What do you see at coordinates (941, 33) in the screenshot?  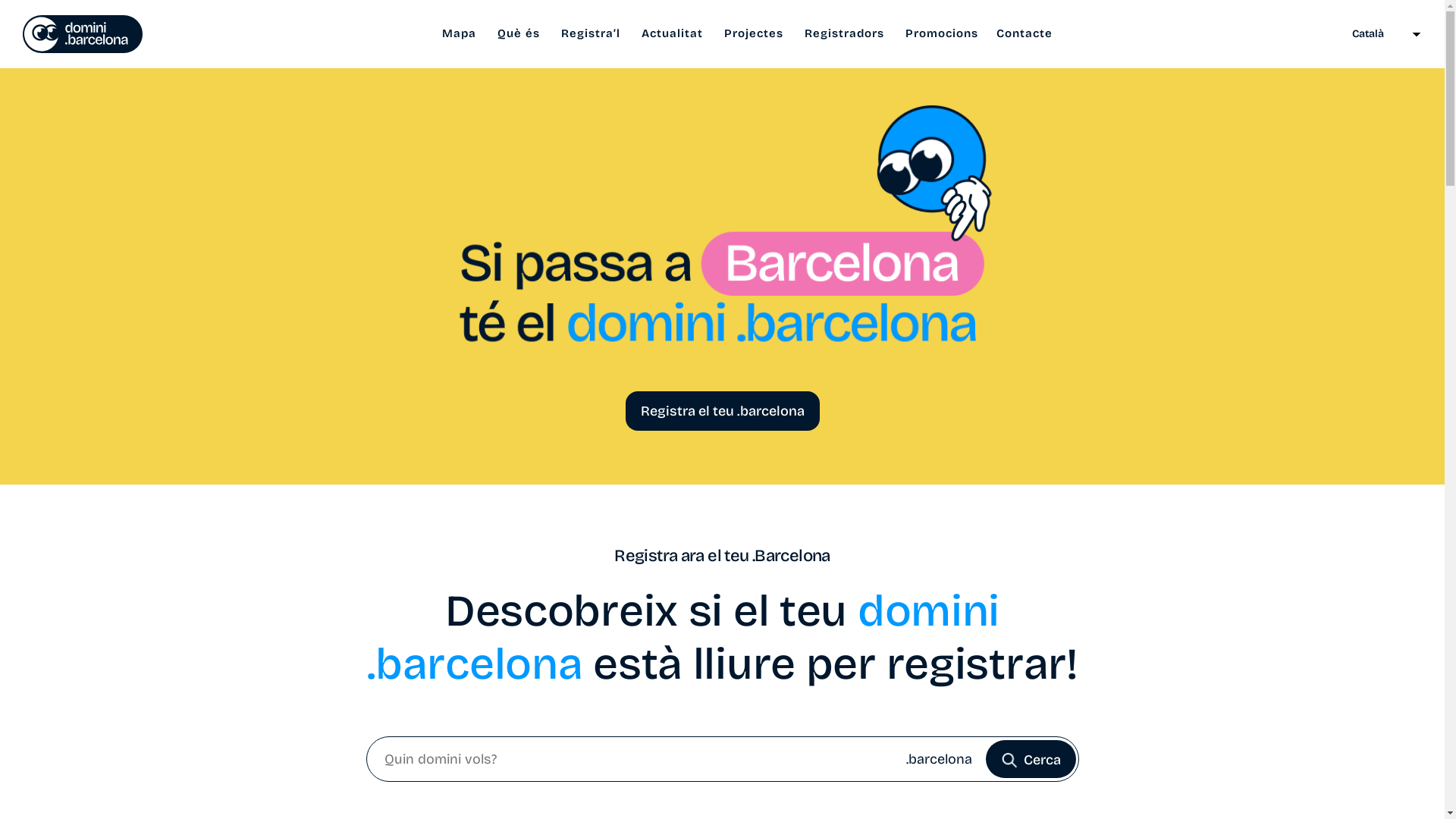 I see `'Promocions'` at bounding box center [941, 33].